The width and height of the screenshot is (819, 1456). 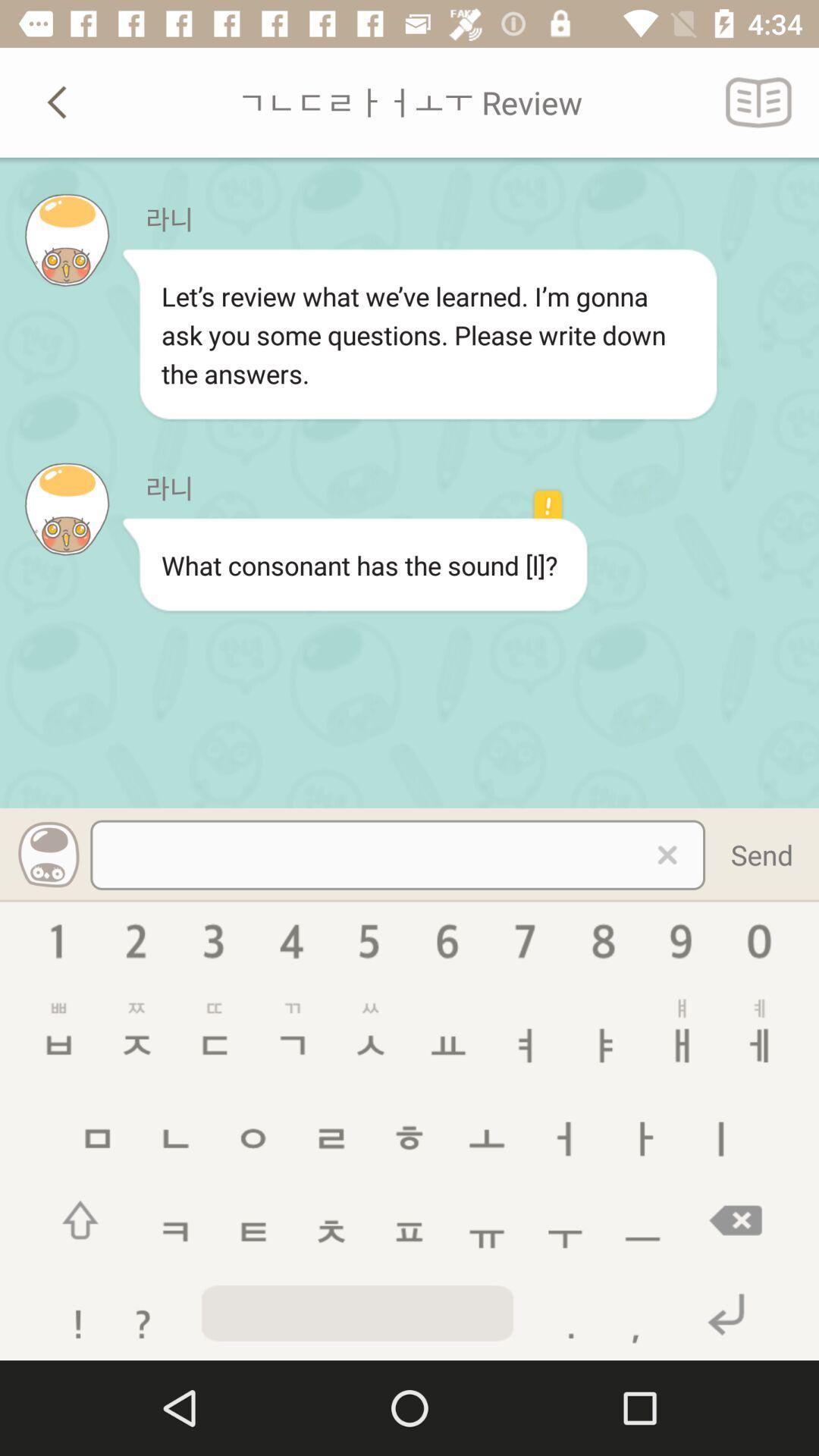 I want to click on the menu icon, so click(x=253, y=1220).